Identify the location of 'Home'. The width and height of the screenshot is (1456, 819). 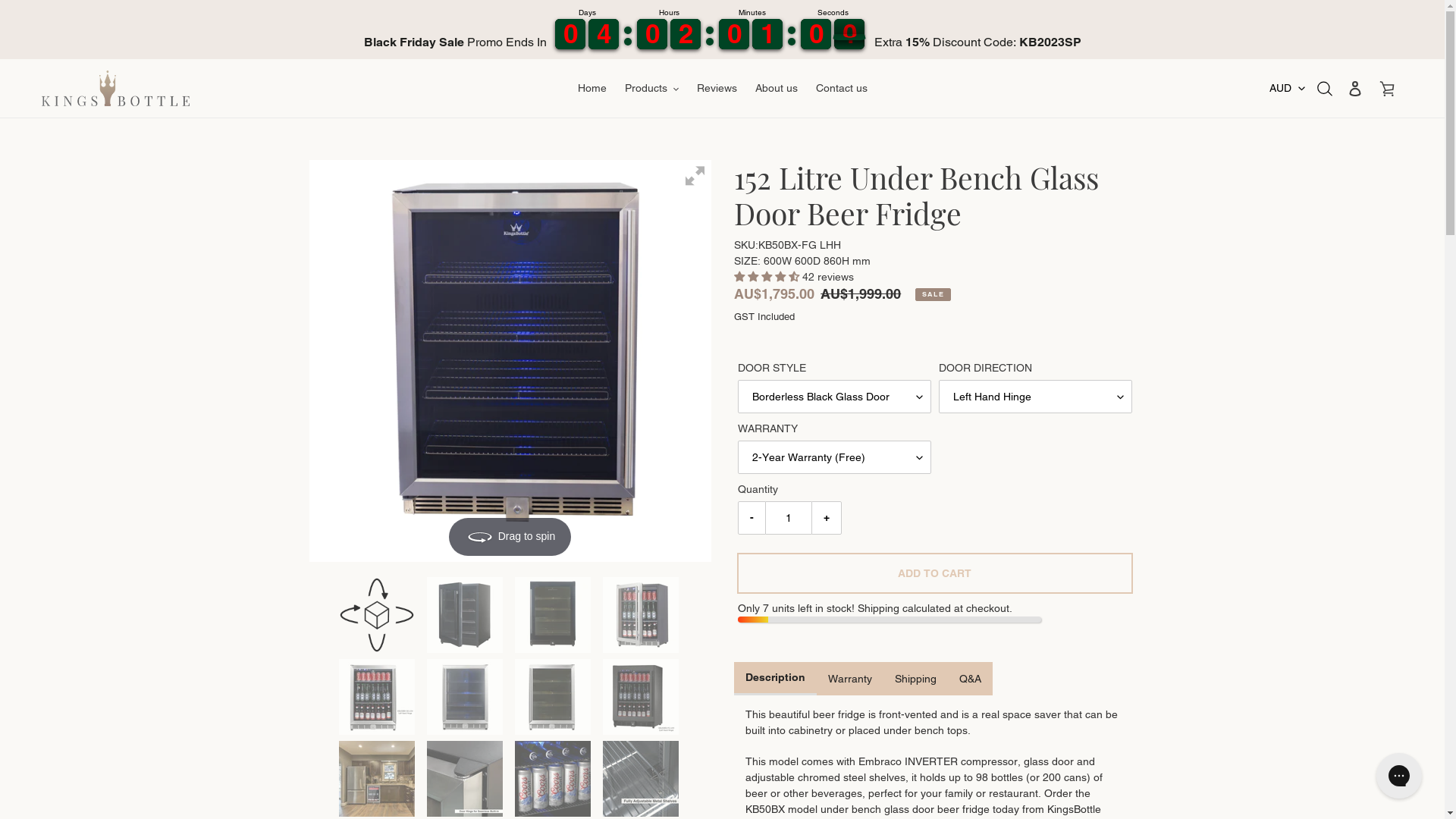
(591, 88).